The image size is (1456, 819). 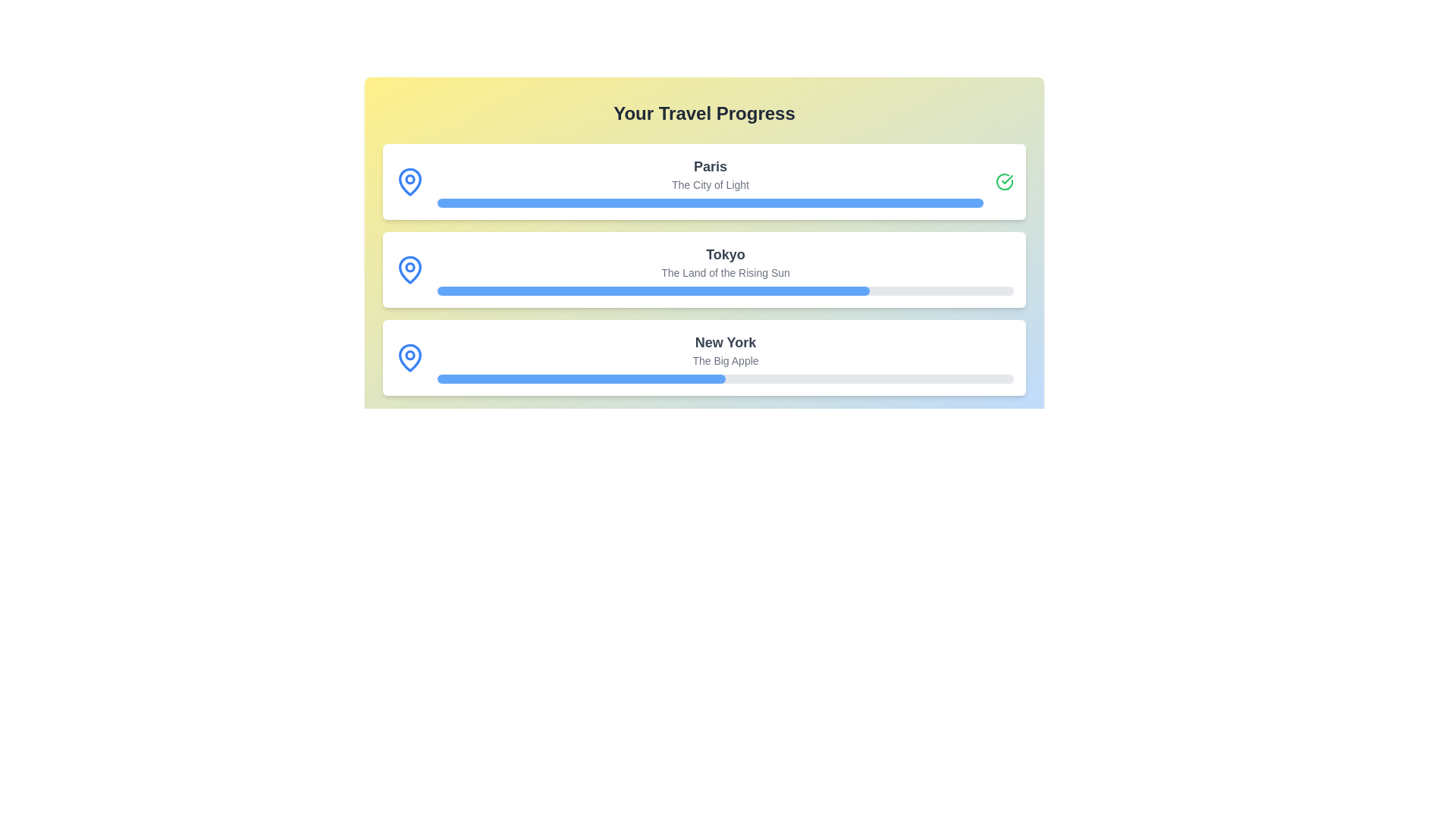 What do you see at coordinates (1007, 178) in the screenshot?
I see `the checkmark icon within the green circle, located in the top right corner of the progress bar for the 'Paris' section` at bounding box center [1007, 178].